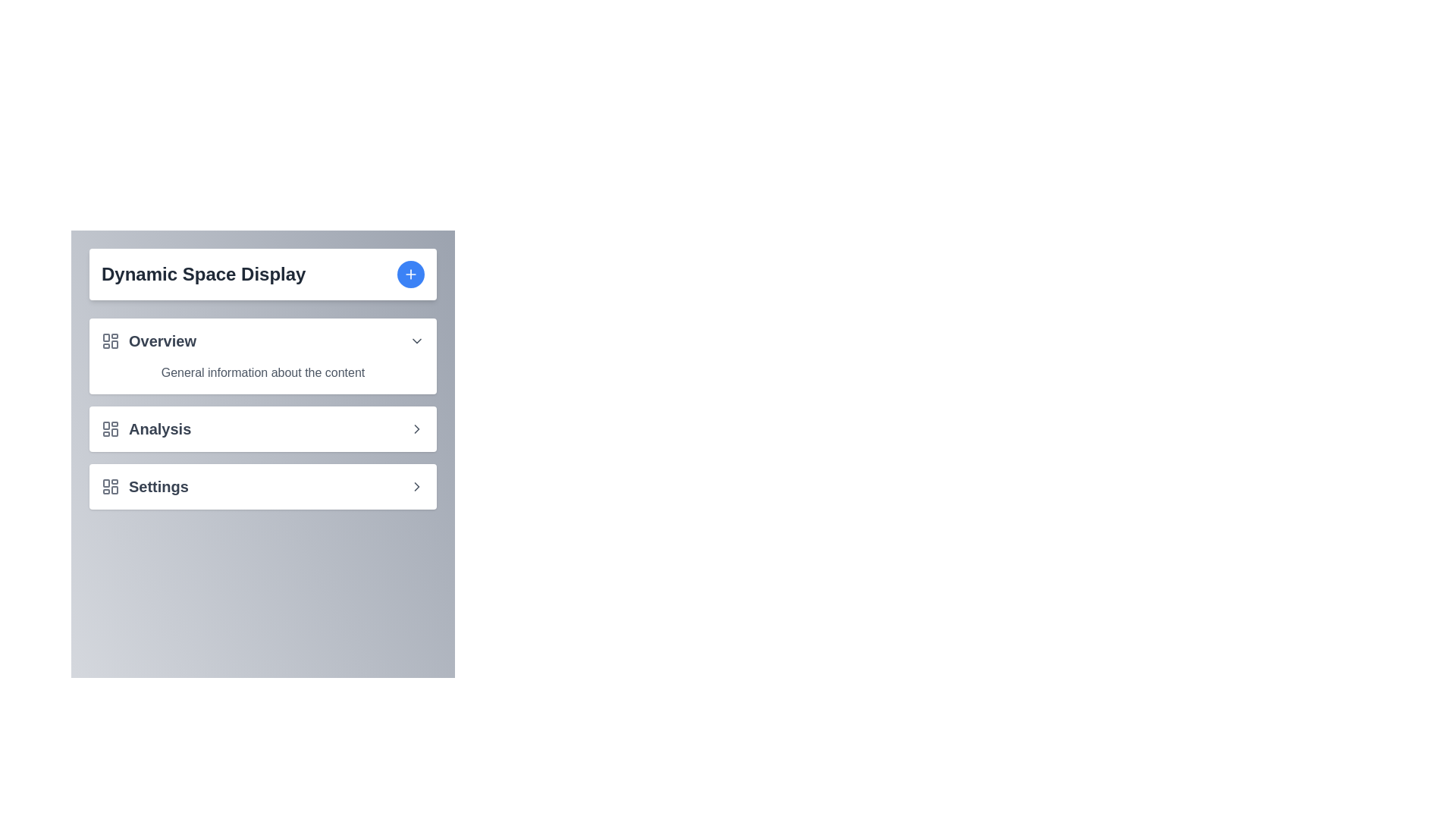  I want to click on the navigation button that accesses the 'Analysis' section, located between 'Overview' and 'Settings', so click(262, 414).